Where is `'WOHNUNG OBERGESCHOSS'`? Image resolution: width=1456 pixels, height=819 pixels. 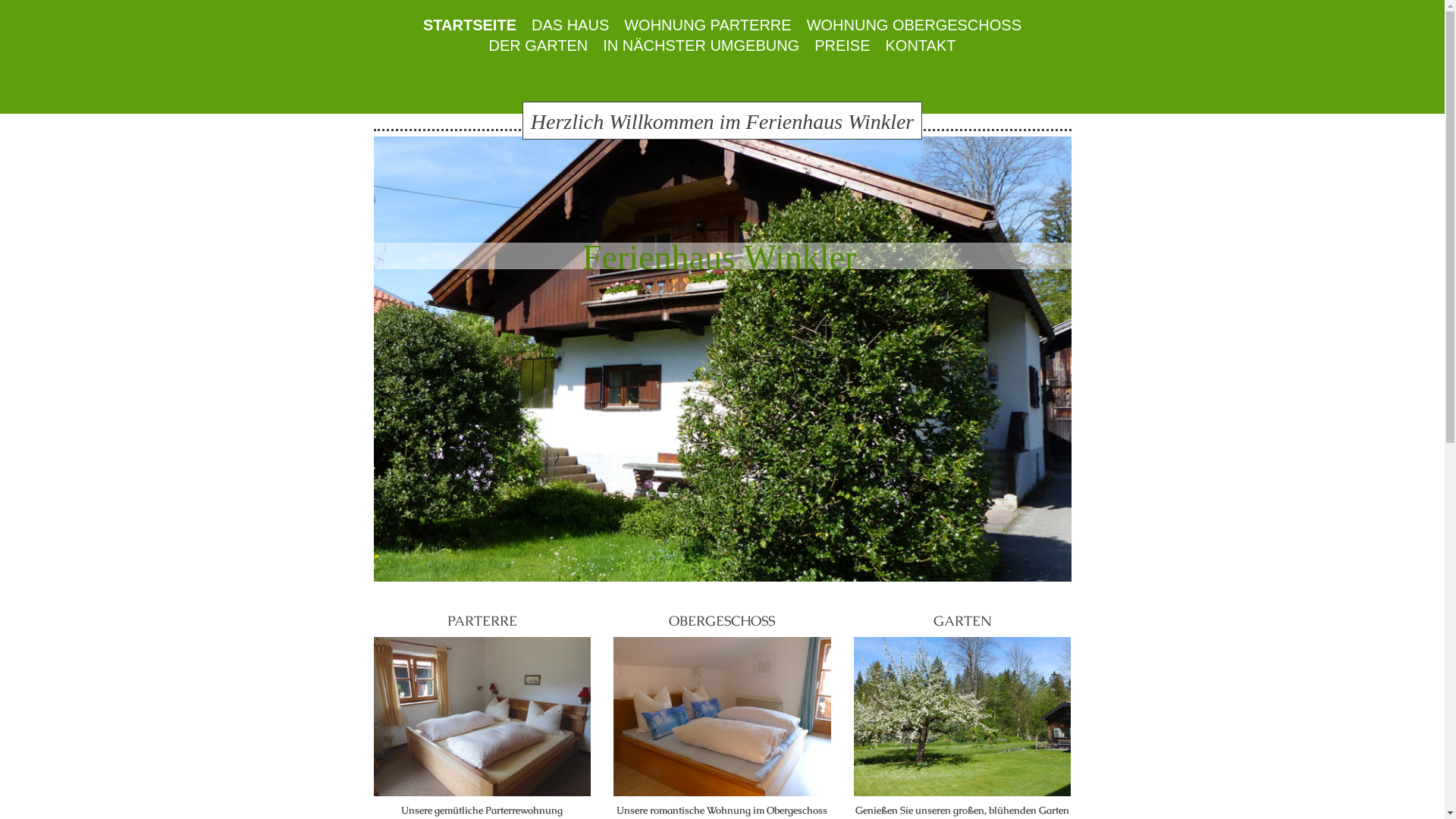
'WOHNUNG OBERGESCHOSS' is located at coordinates (913, 25).